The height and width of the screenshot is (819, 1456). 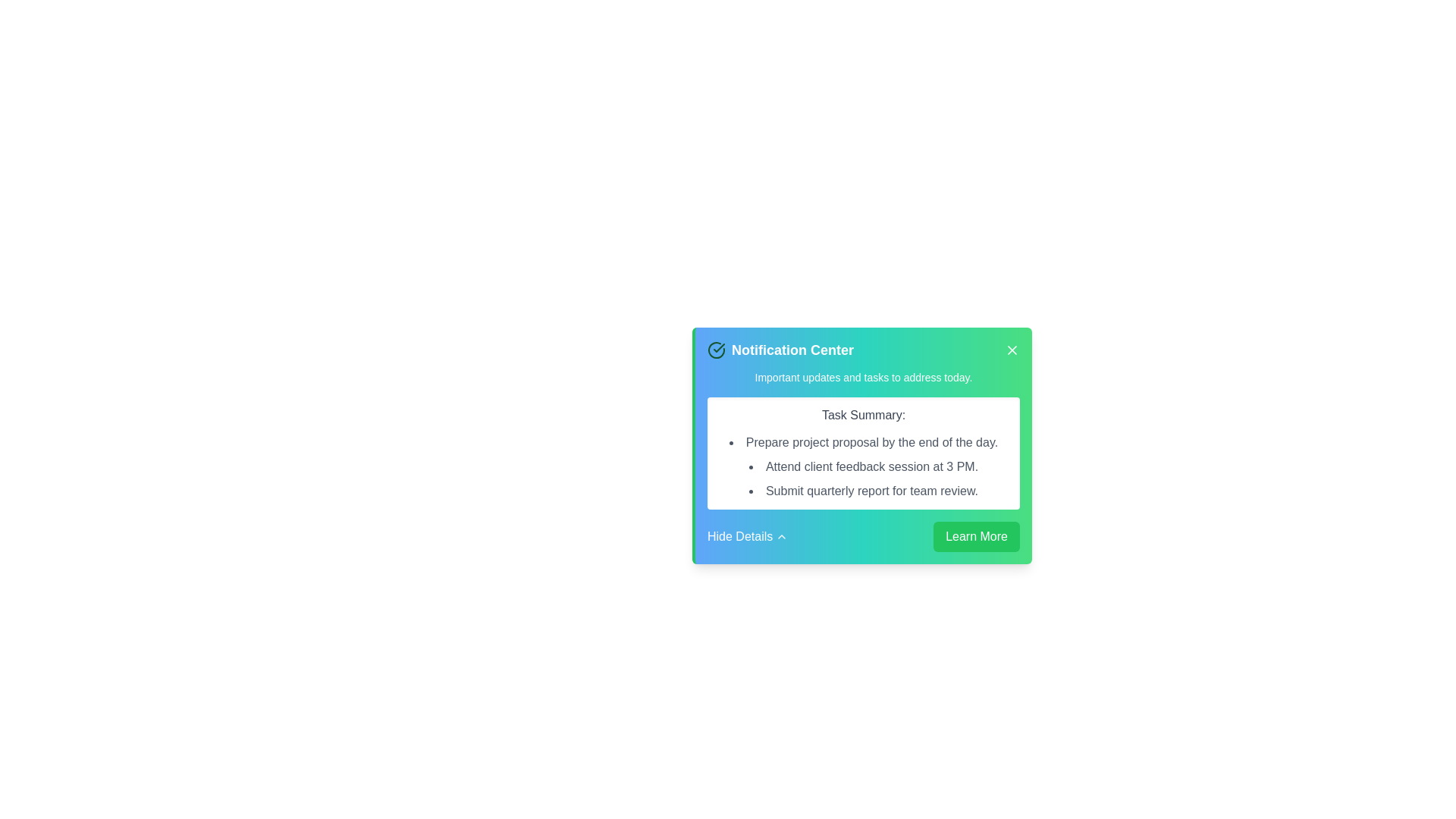 What do you see at coordinates (782, 536) in the screenshot?
I see `the collapsibility toggle icon located to the immediate right of the 'Hide Details' text label in the bottom-left corner of the notification card` at bounding box center [782, 536].